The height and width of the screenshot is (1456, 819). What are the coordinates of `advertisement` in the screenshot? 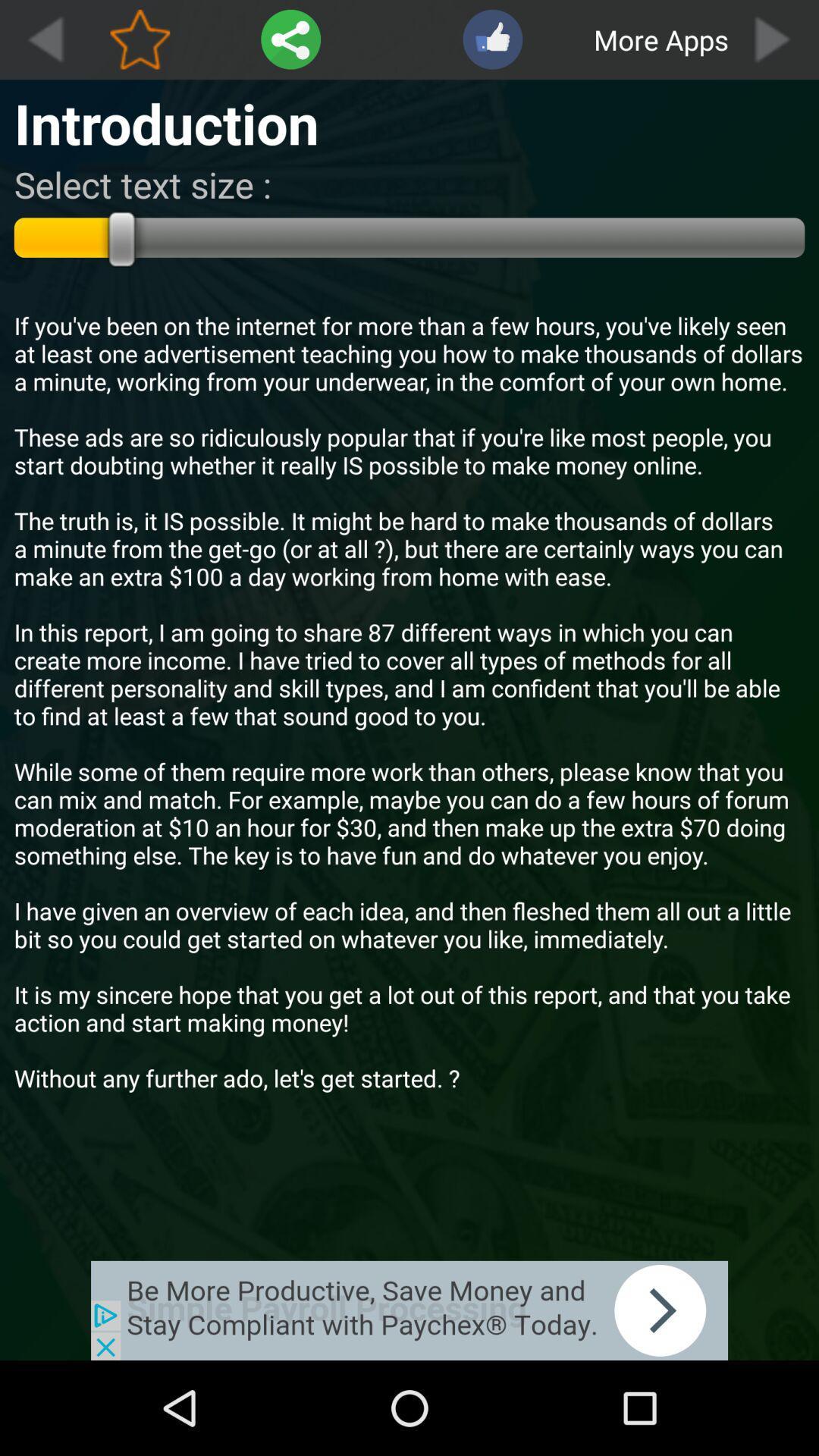 It's located at (409, 1310).